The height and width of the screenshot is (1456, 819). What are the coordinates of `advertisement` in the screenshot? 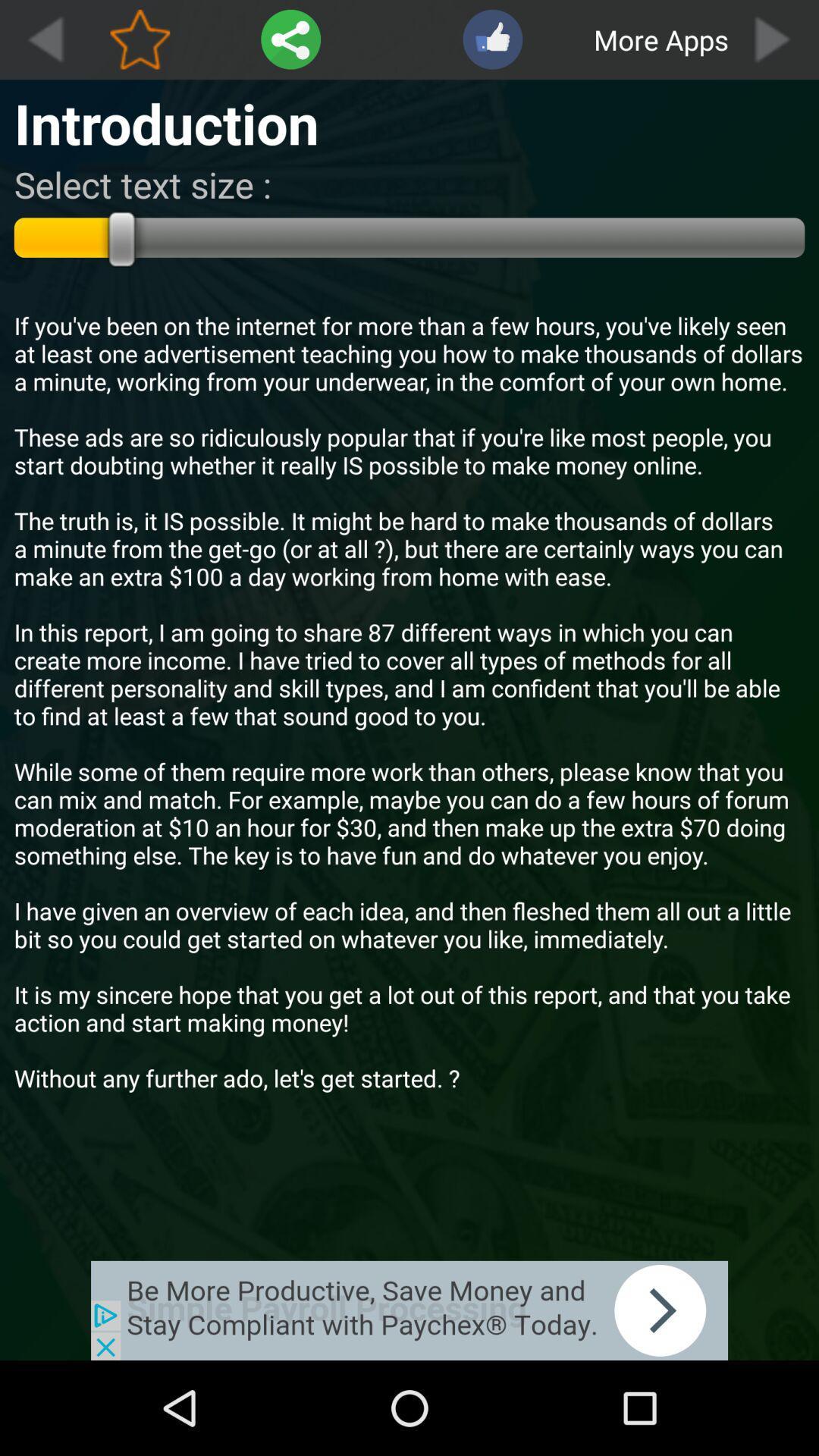 It's located at (409, 1310).